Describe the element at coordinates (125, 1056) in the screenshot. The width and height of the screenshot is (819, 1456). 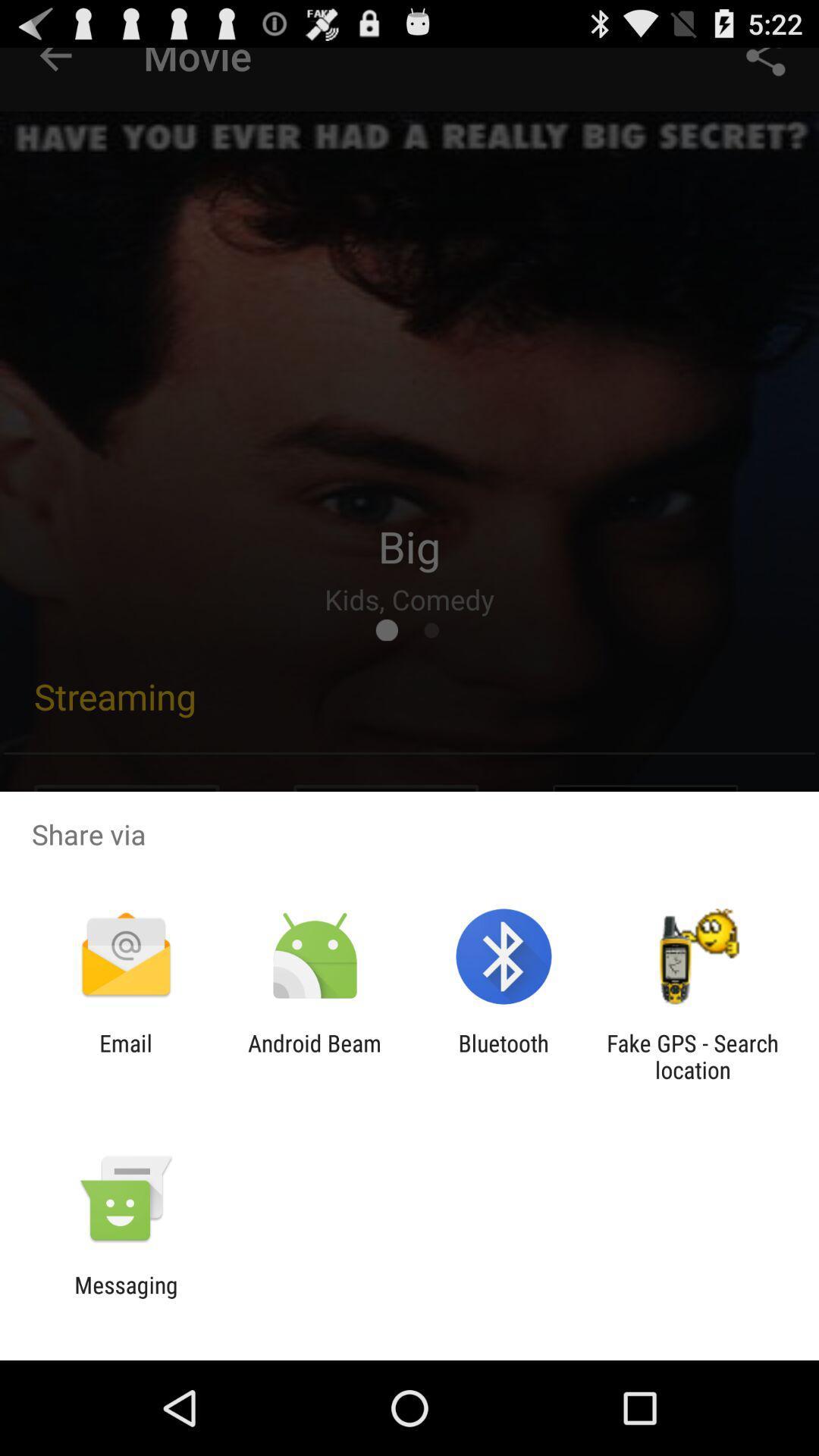
I see `item to the left of the android beam icon` at that location.